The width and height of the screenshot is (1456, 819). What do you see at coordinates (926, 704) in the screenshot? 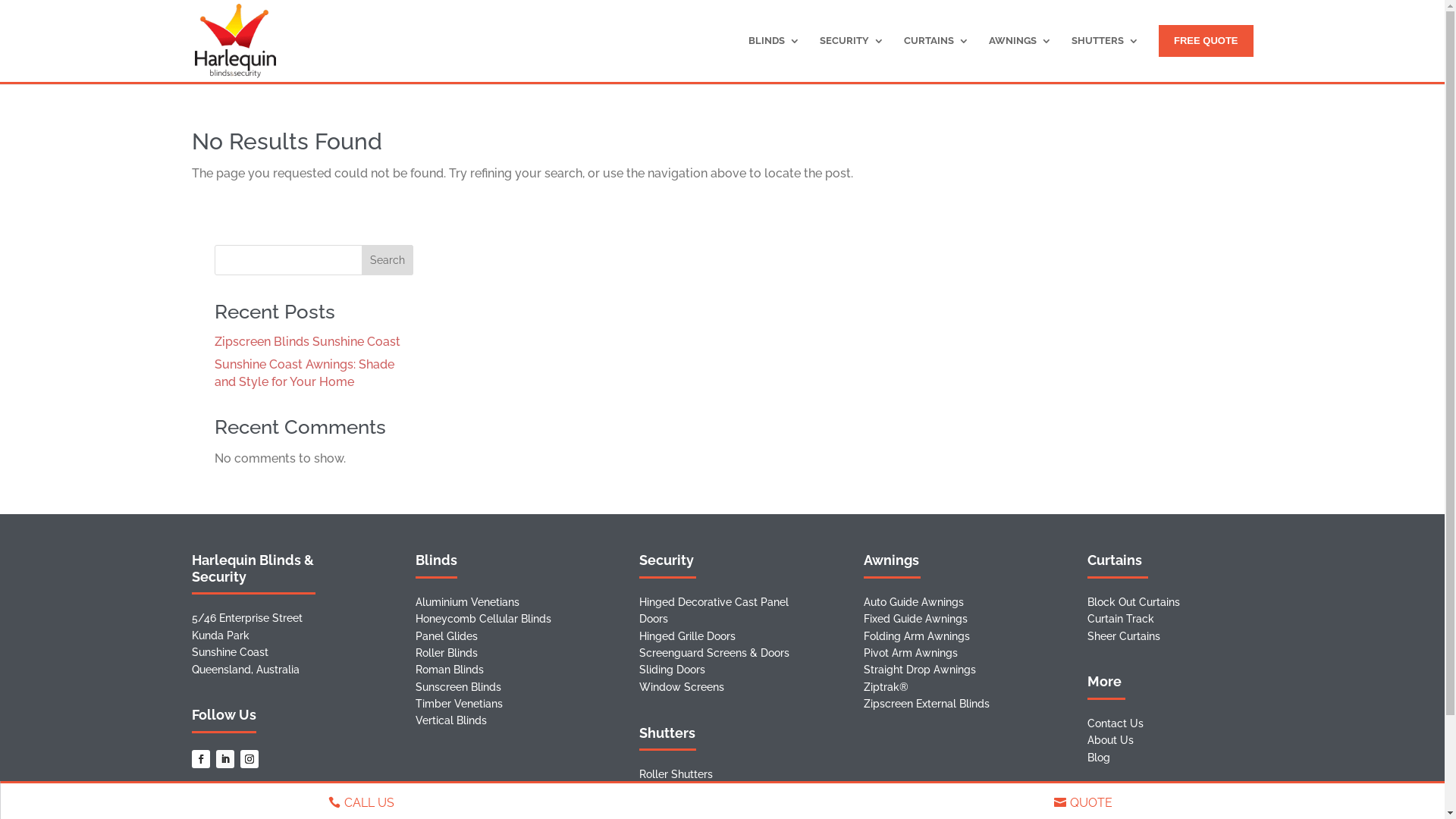
I see `'Zipscreen External Blinds'` at bounding box center [926, 704].